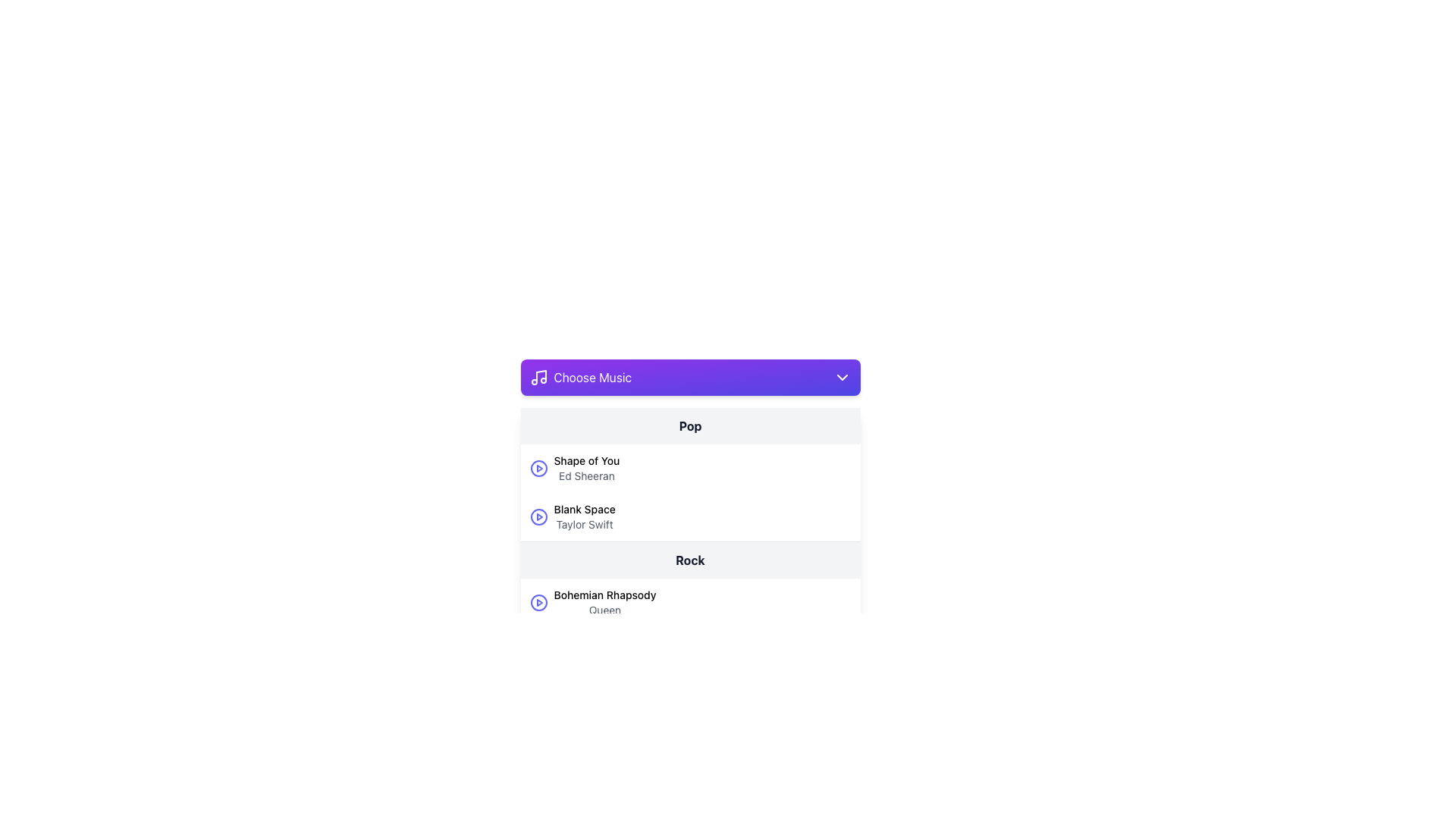 This screenshot has height=819, width=1456. Describe the element at coordinates (604, 610) in the screenshot. I see `the non-interactive label displaying the associated artist's name under the song title 'Bohemian Rhapsody' in the Rock section` at that location.